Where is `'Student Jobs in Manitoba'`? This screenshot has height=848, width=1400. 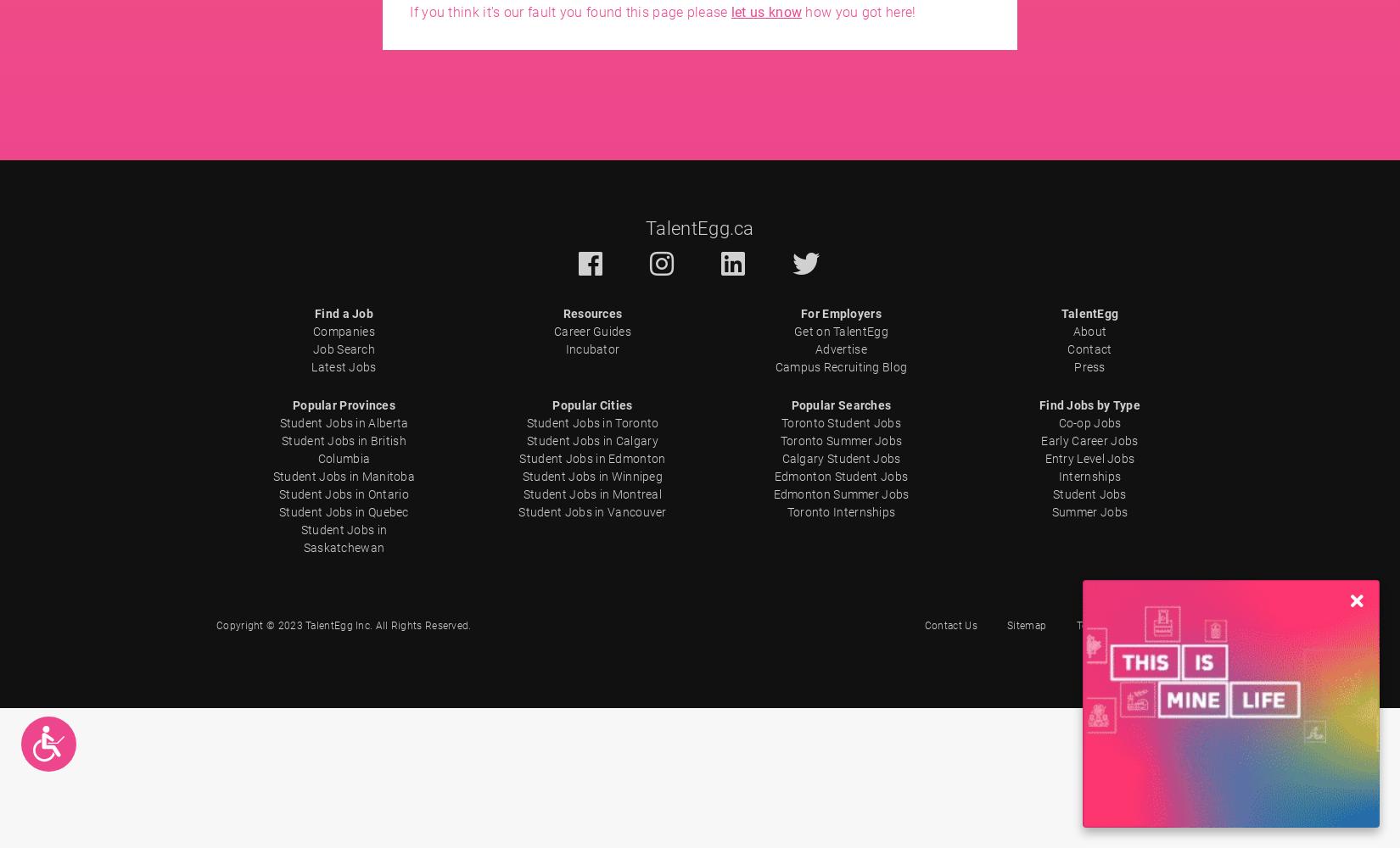 'Student Jobs in Manitoba' is located at coordinates (344, 477).